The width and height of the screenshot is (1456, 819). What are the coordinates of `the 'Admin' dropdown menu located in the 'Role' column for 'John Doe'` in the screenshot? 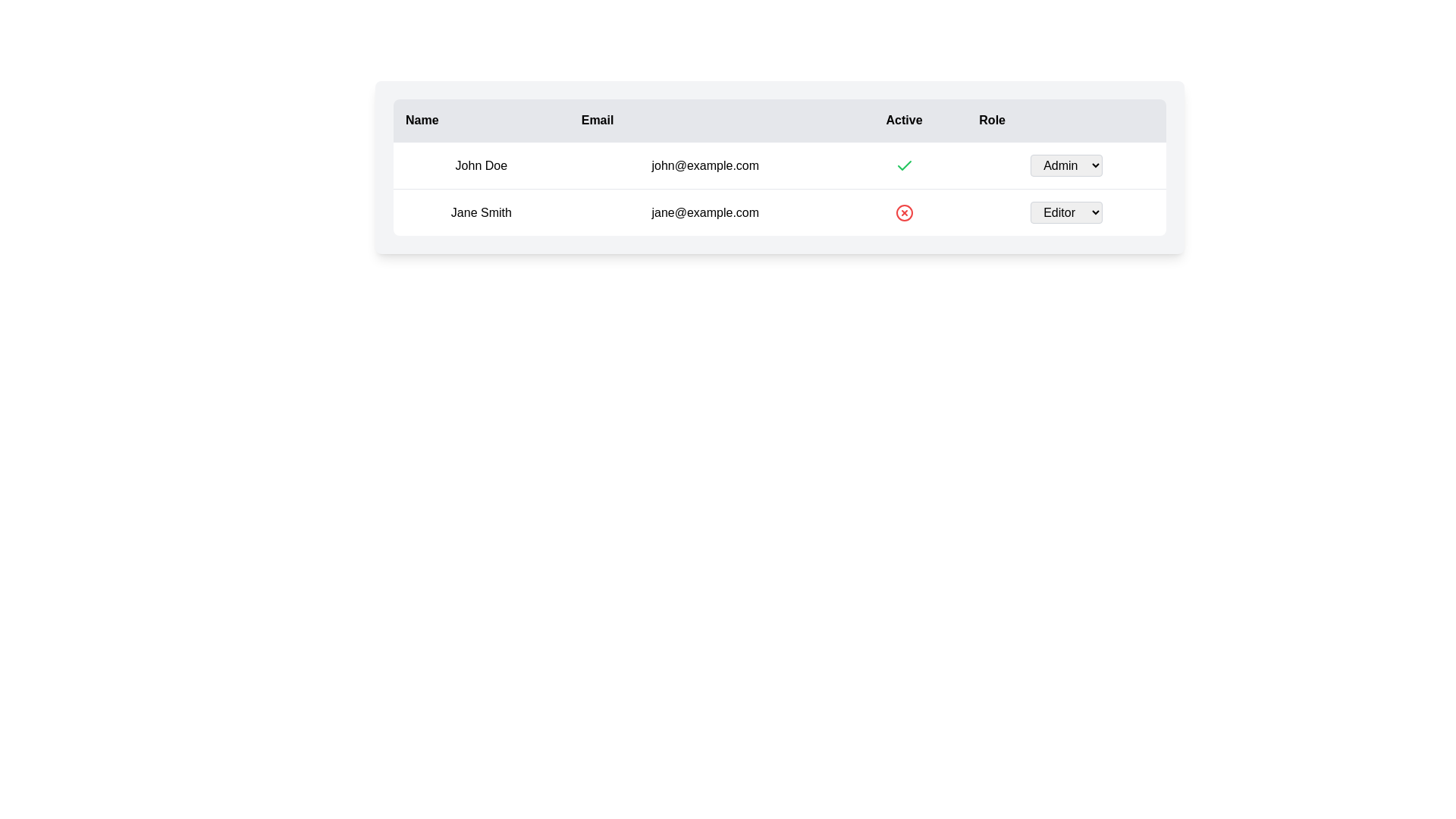 It's located at (1065, 165).